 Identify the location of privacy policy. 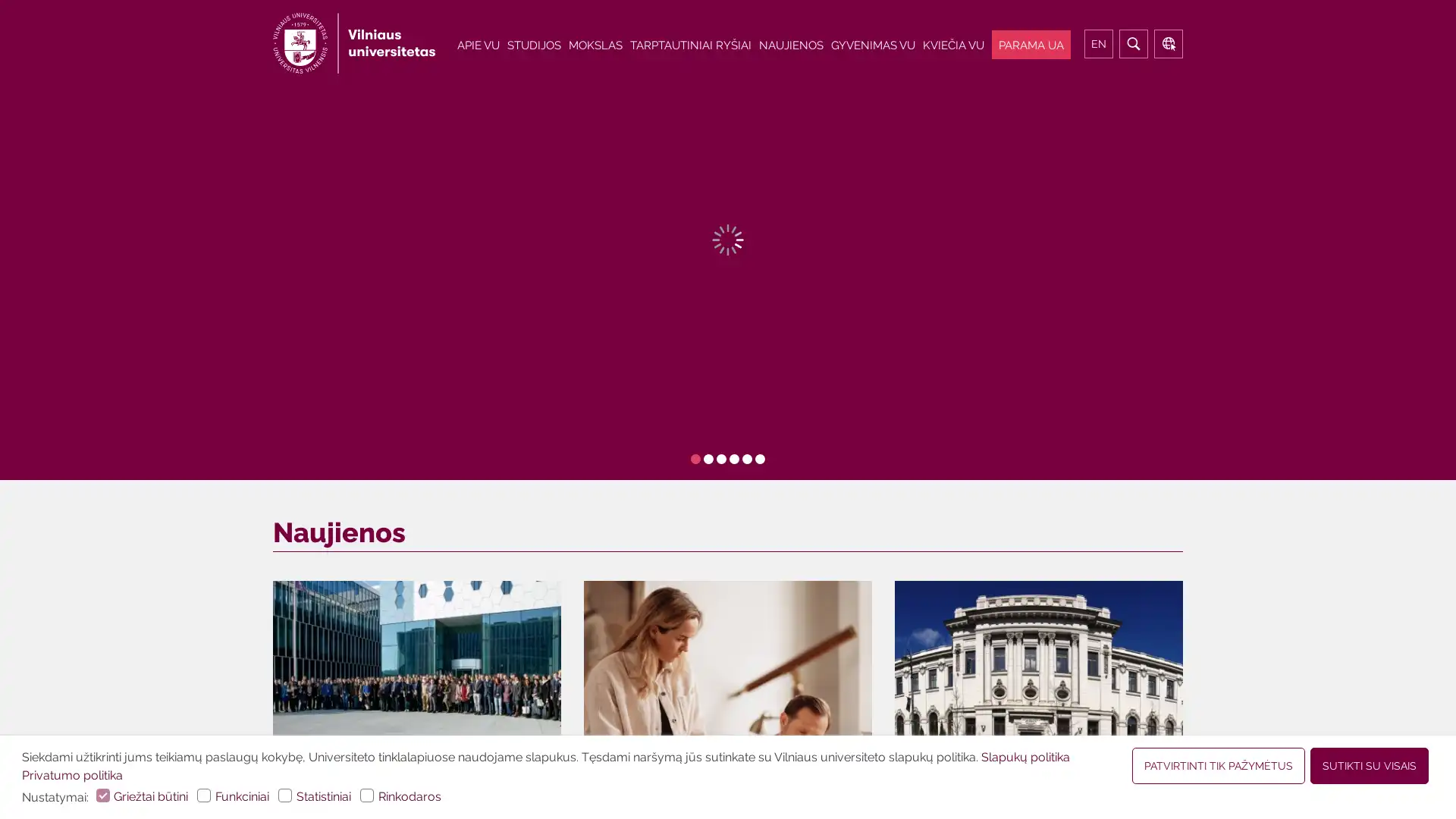
(72, 775).